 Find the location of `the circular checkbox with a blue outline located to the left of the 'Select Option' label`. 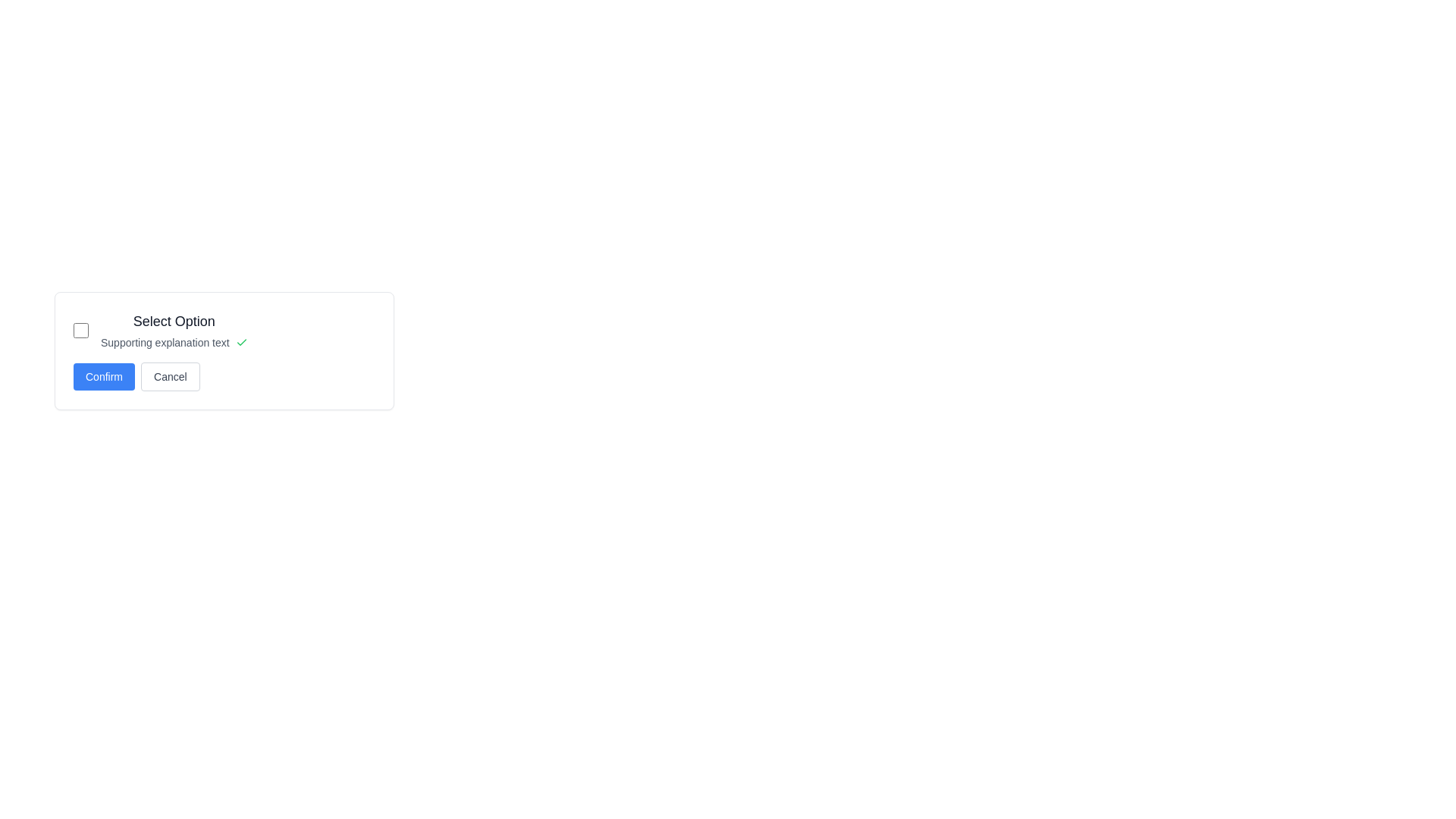

the circular checkbox with a blue outline located to the left of the 'Select Option' label is located at coordinates (80, 329).